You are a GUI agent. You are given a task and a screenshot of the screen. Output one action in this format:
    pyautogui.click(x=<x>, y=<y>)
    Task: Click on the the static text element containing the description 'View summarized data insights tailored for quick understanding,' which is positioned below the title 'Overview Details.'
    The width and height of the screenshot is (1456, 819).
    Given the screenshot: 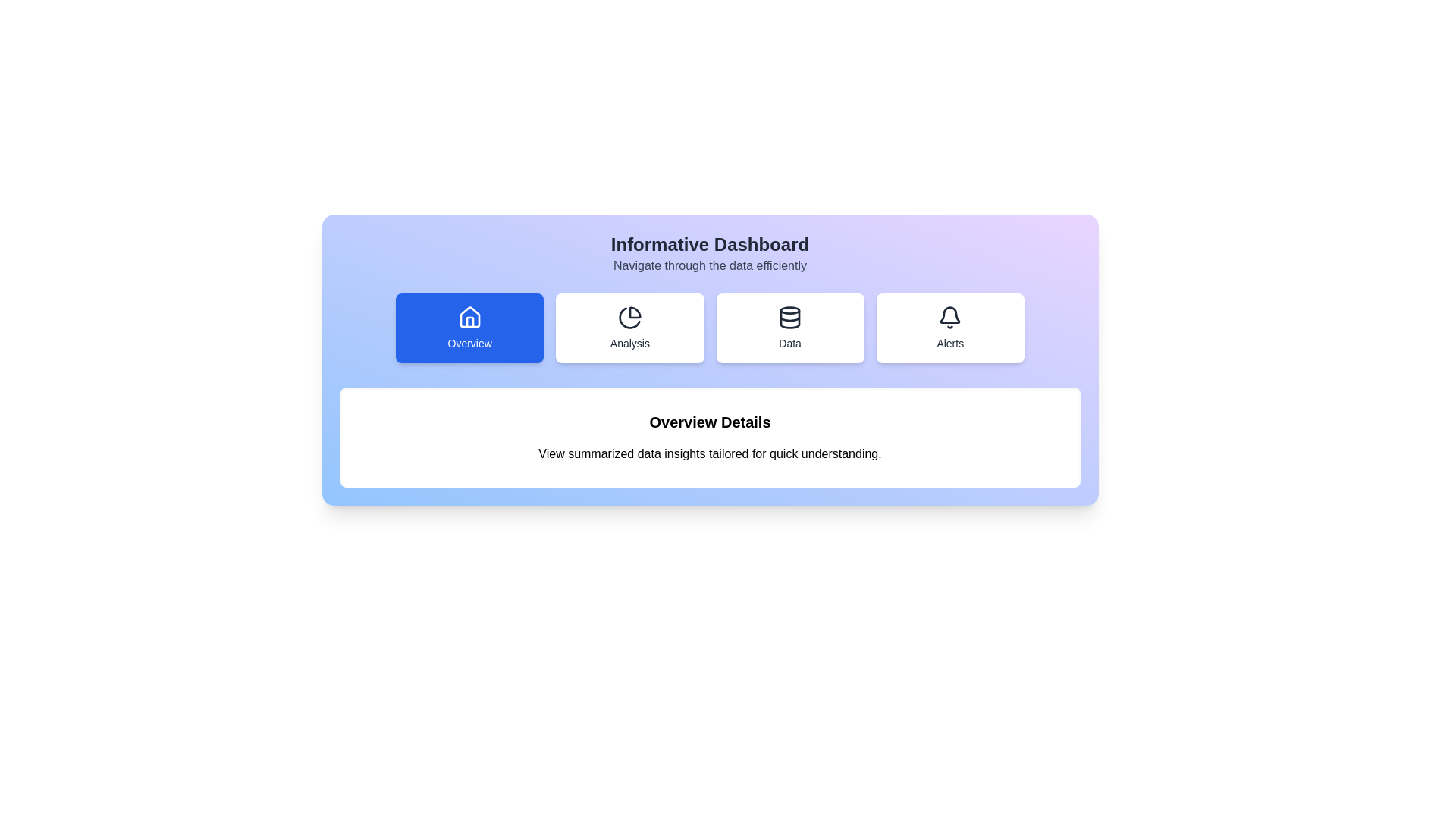 What is the action you would take?
    pyautogui.click(x=709, y=453)
    